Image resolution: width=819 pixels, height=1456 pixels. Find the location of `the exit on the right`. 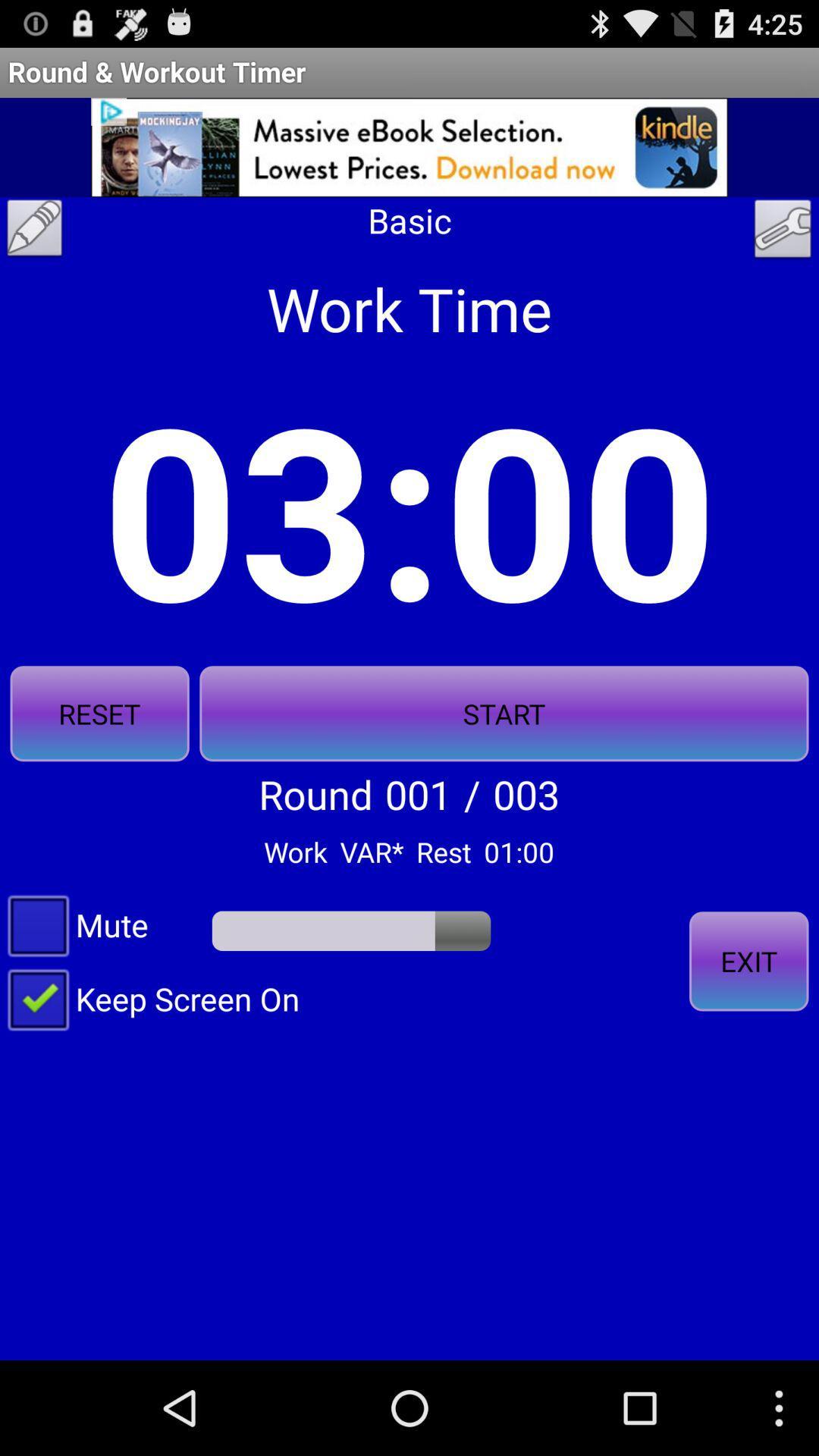

the exit on the right is located at coordinates (748, 960).